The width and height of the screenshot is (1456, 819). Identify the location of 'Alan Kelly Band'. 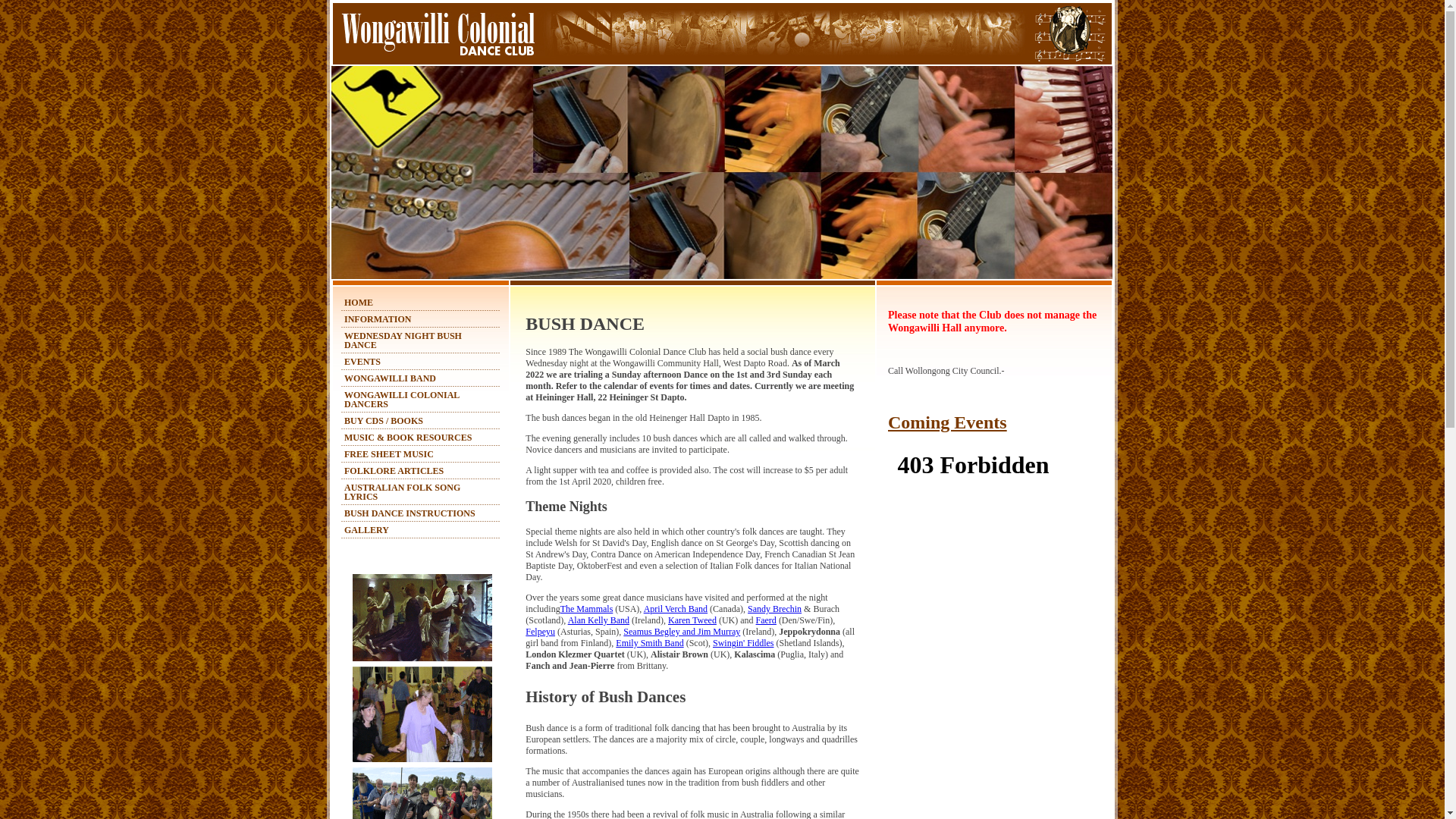
(598, 620).